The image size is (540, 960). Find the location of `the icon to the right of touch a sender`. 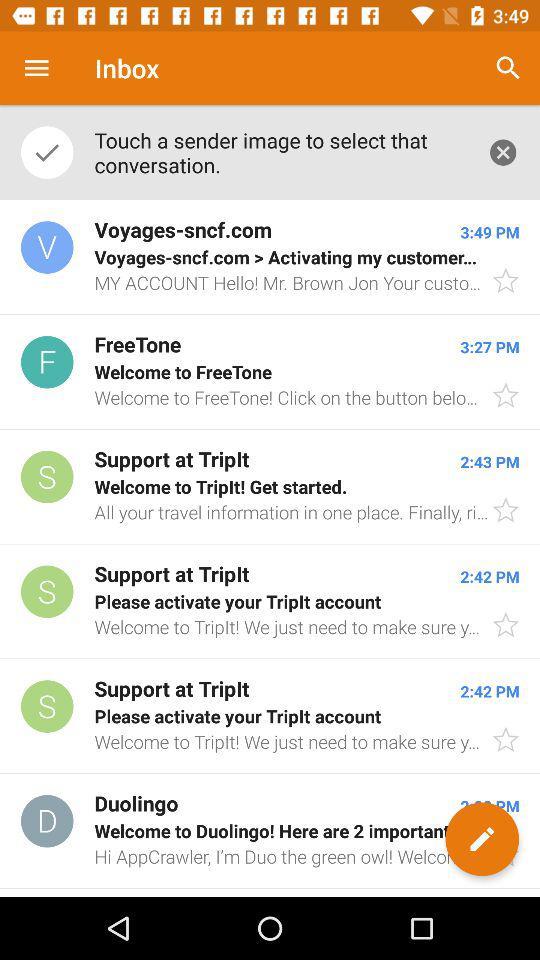

the icon to the right of touch a sender is located at coordinates (502, 151).